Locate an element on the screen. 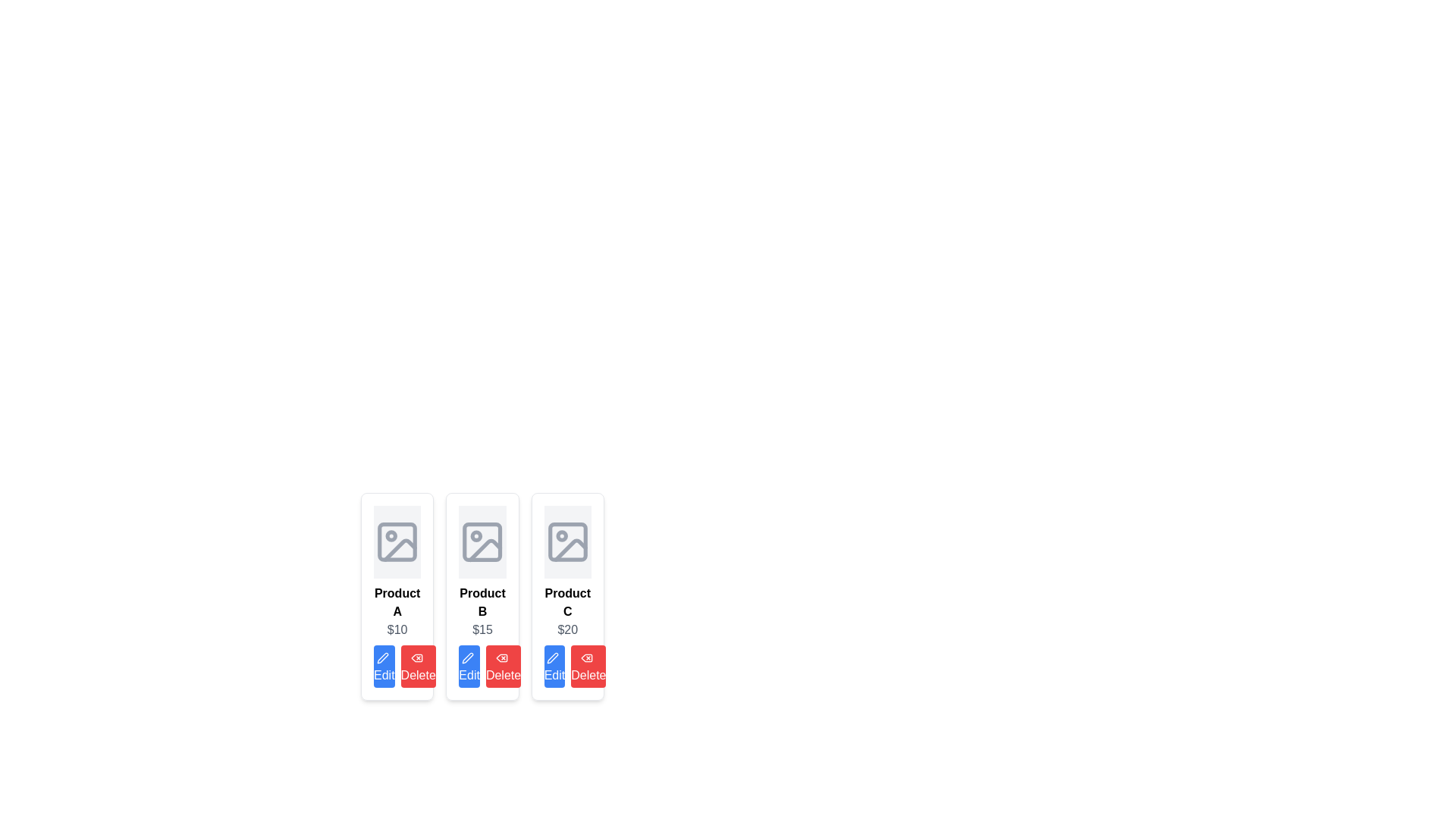  the 'Edit' icon located to the left of the textual label in the 'Edit' button for 'Product C' is located at coordinates (552, 657).